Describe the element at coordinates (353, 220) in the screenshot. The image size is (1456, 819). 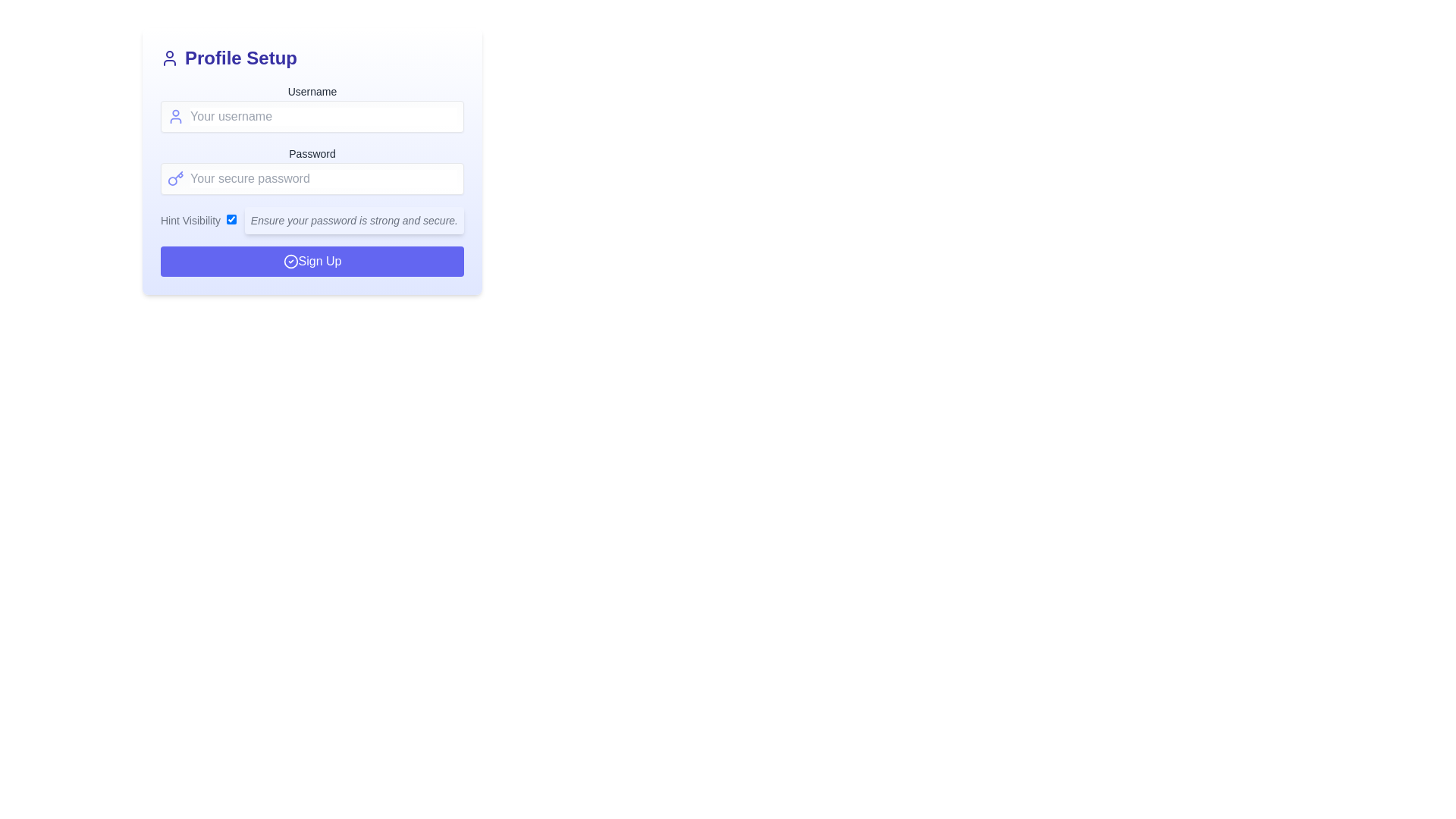
I see `the informative hint text element located under the 'Password' field in the form, adjacent to the 'Hint Visibility' checkbox` at that location.